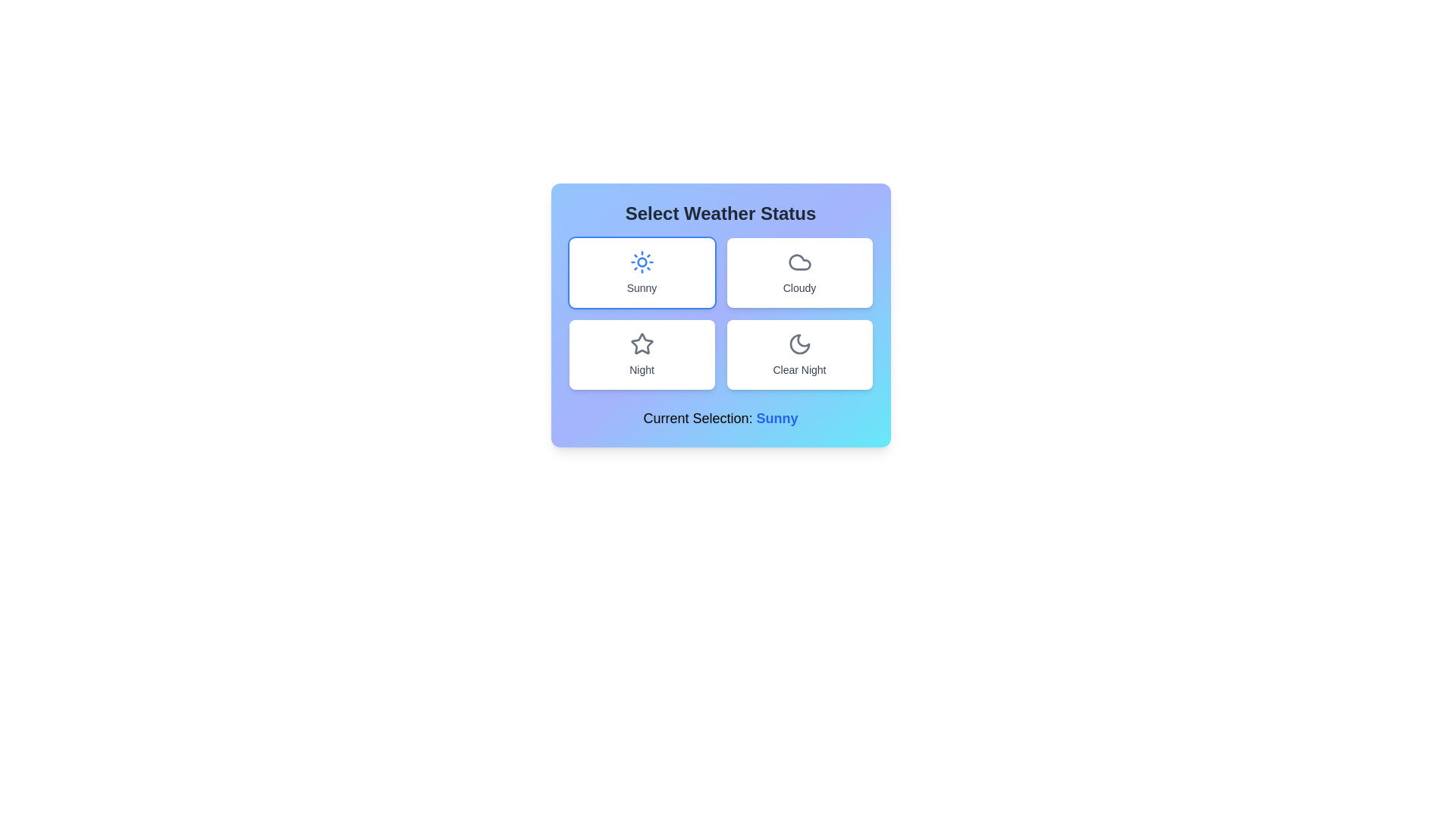 Image resolution: width=1456 pixels, height=819 pixels. What do you see at coordinates (799, 354) in the screenshot?
I see `the bottom-right button in the 2x2 grid layout` at bounding box center [799, 354].